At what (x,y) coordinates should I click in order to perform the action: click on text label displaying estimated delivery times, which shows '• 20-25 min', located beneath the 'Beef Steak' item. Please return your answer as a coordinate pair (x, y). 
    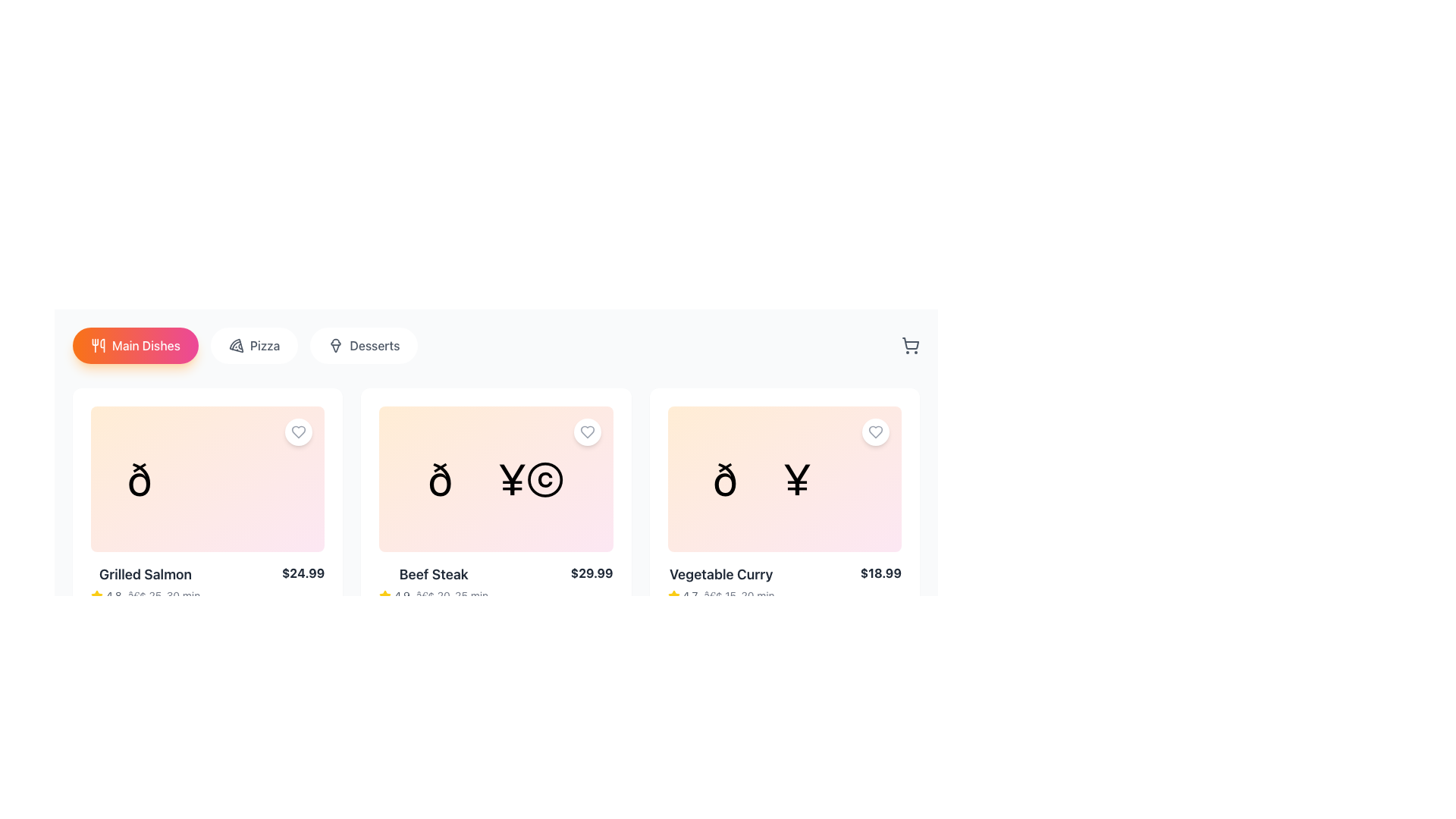
    Looking at the image, I should click on (451, 595).